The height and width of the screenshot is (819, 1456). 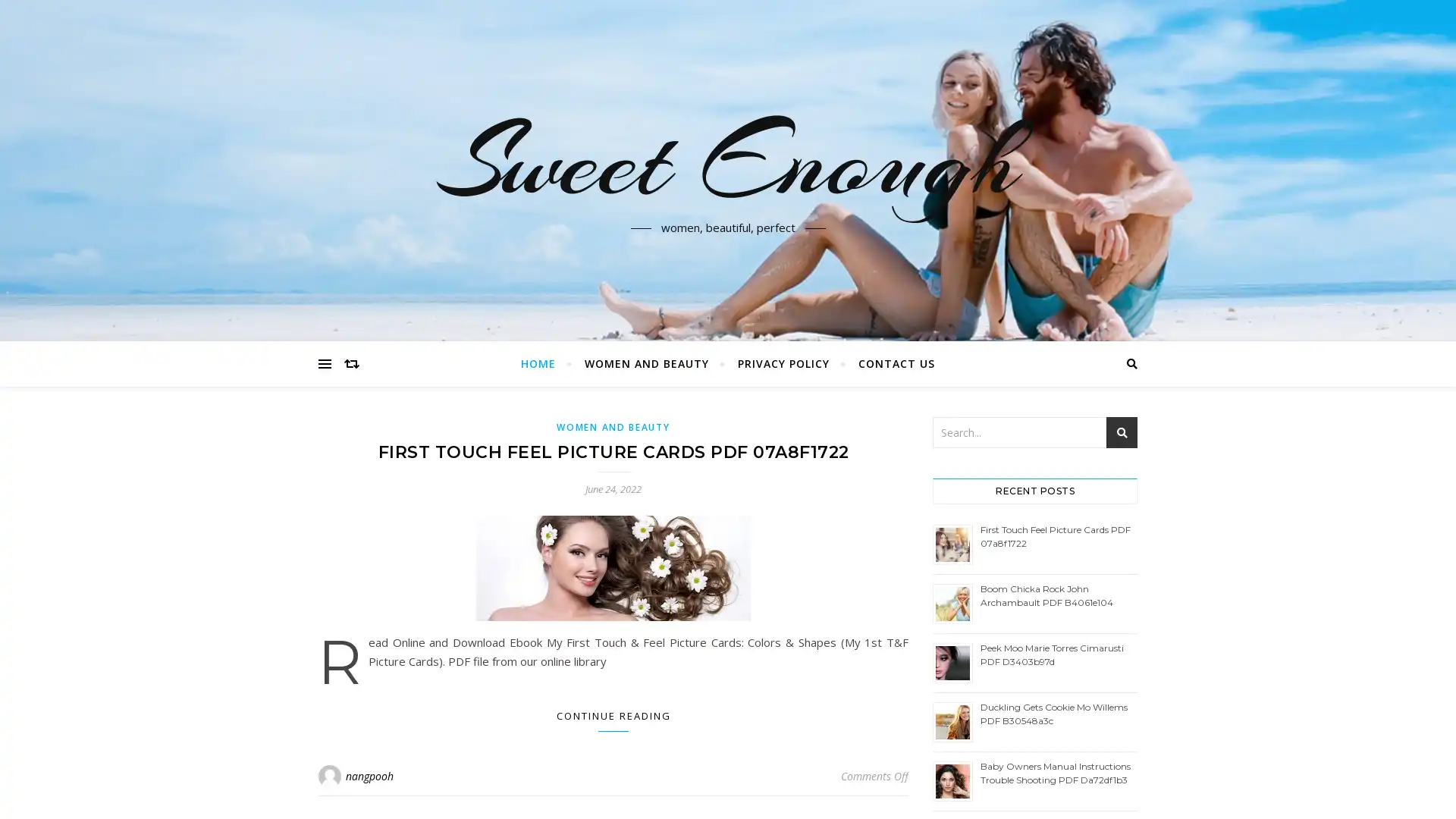 I want to click on st, so click(x=1122, y=432).